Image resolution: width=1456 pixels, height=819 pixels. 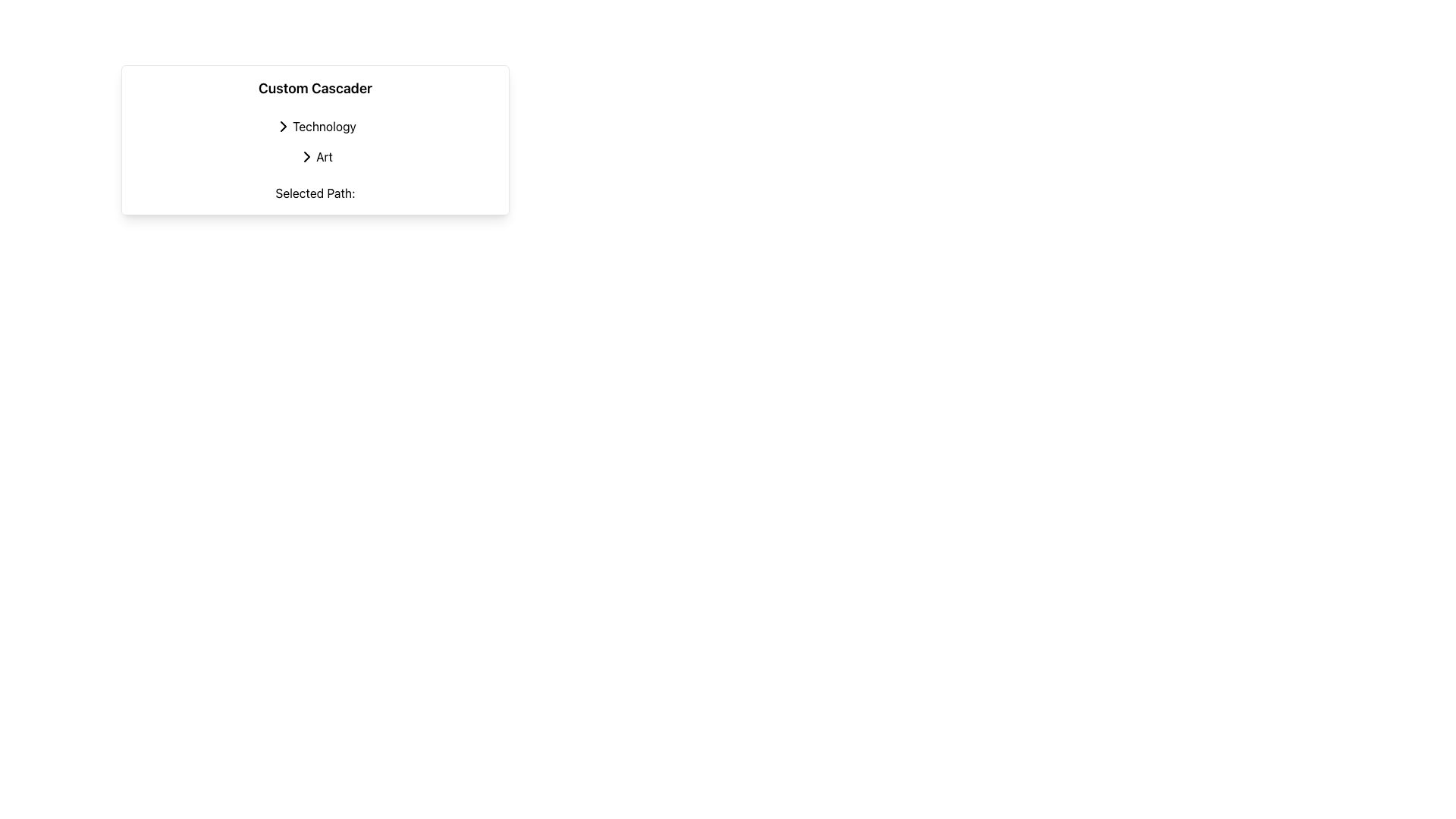 I want to click on the first clickable menu item labeled 'Technology', so click(x=315, y=125).